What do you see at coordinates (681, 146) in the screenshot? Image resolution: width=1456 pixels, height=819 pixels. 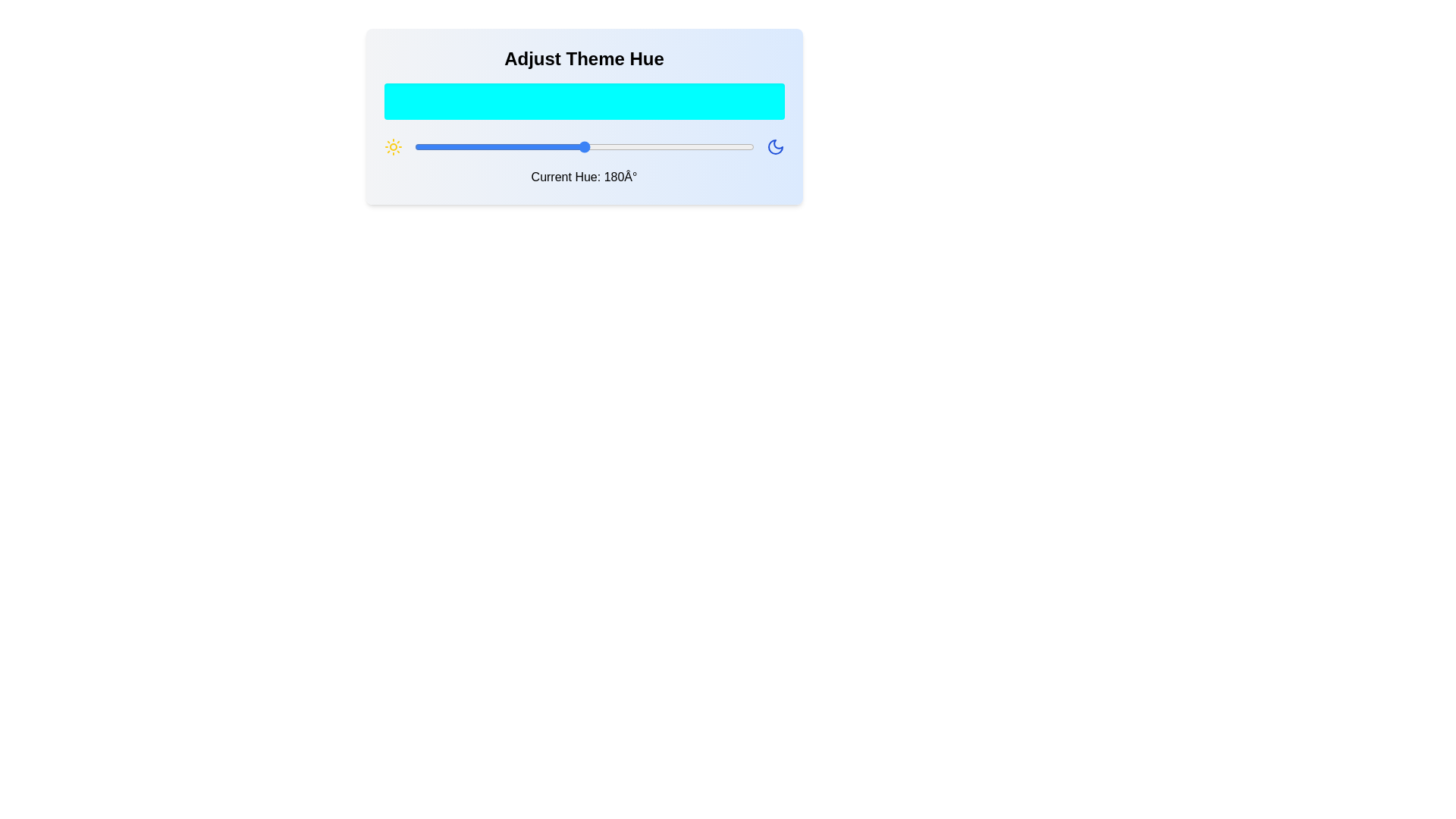 I see `the hue slider to set the hue to 284 degrees` at bounding box center [681, 146].